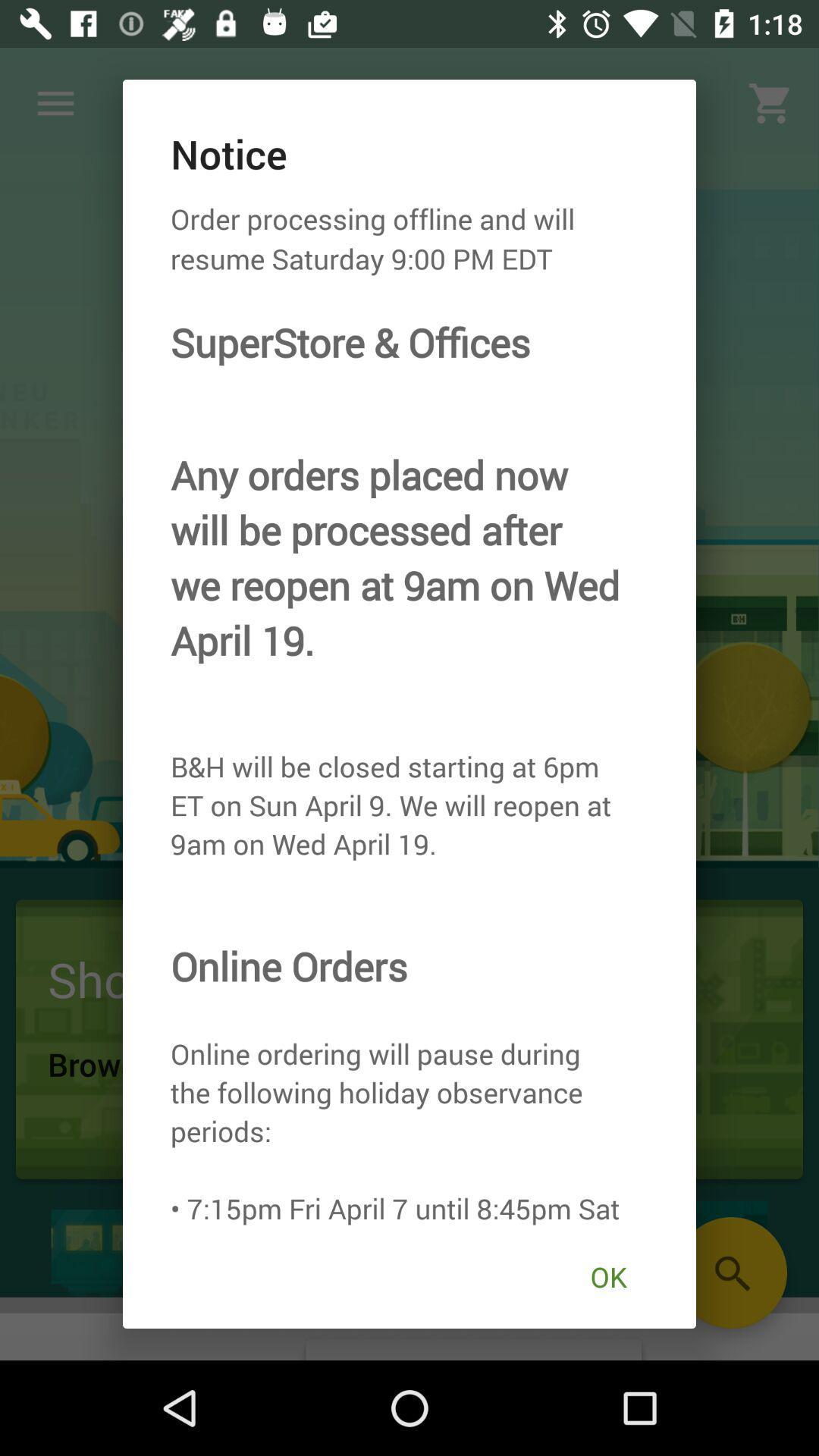 This screenshot has height=1456, width=819. What do you see at coordinates (607, 1276) in the screenshot?
I see `ok icon` at bounding box center [607, 1276].